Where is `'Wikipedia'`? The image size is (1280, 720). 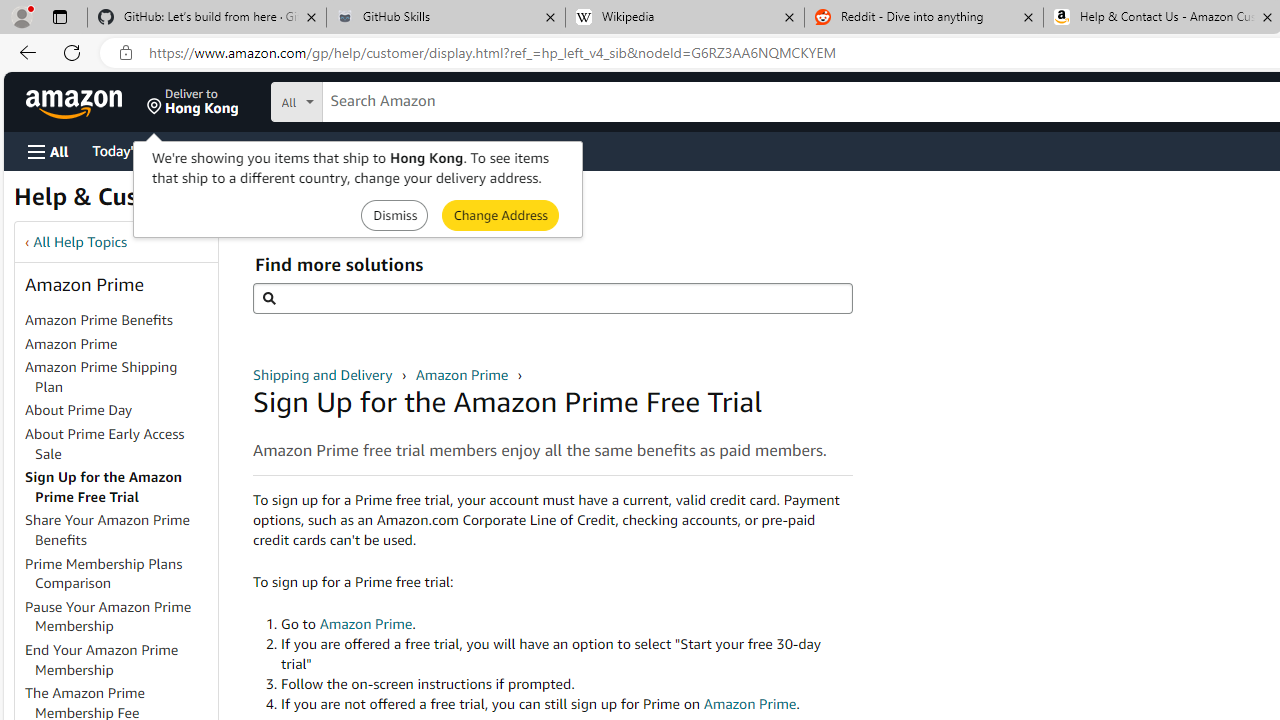 'Wikipedia' is located at coordinates (684, 17).